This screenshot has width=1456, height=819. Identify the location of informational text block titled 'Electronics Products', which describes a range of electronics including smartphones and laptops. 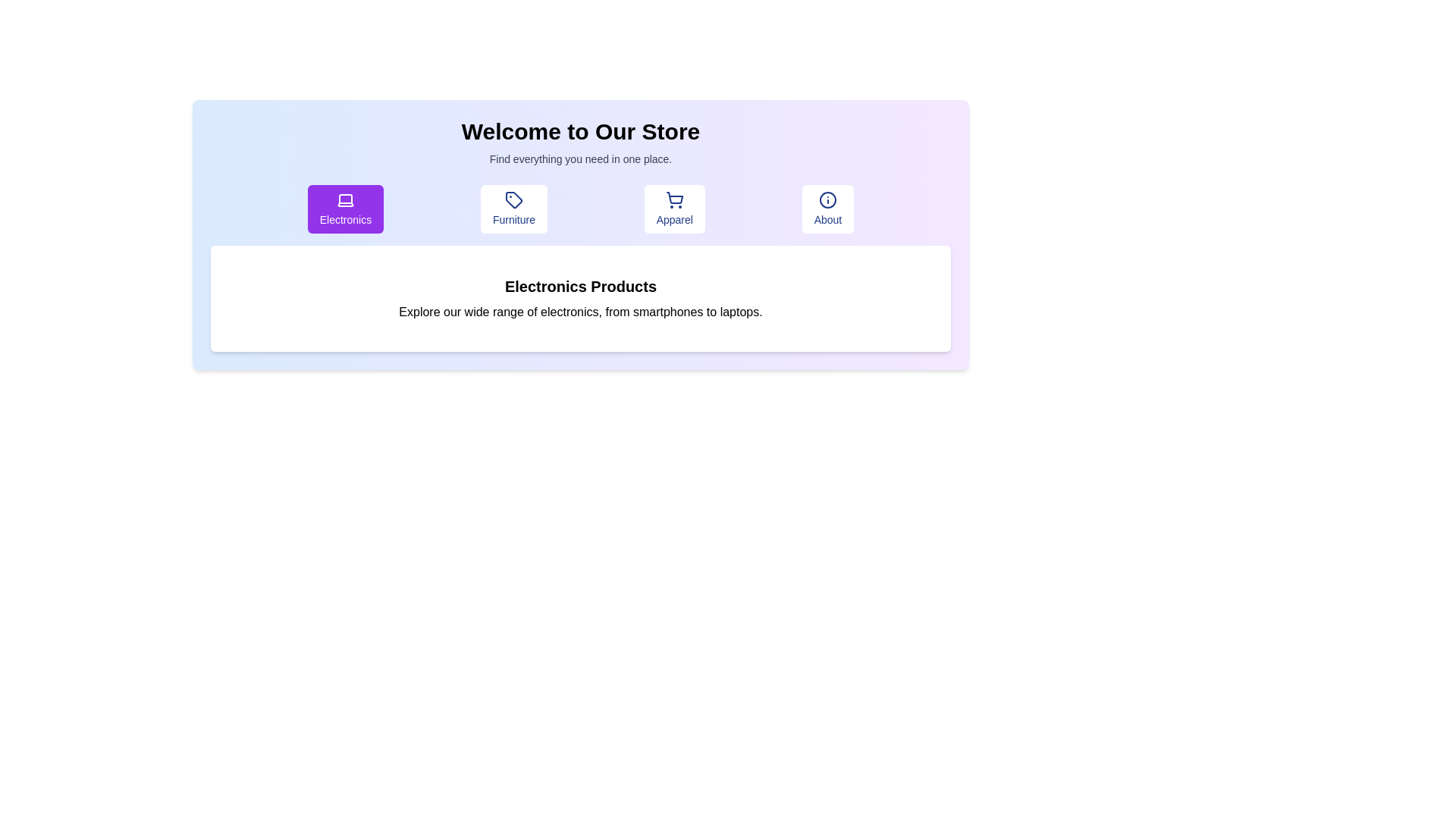
(580, 298).